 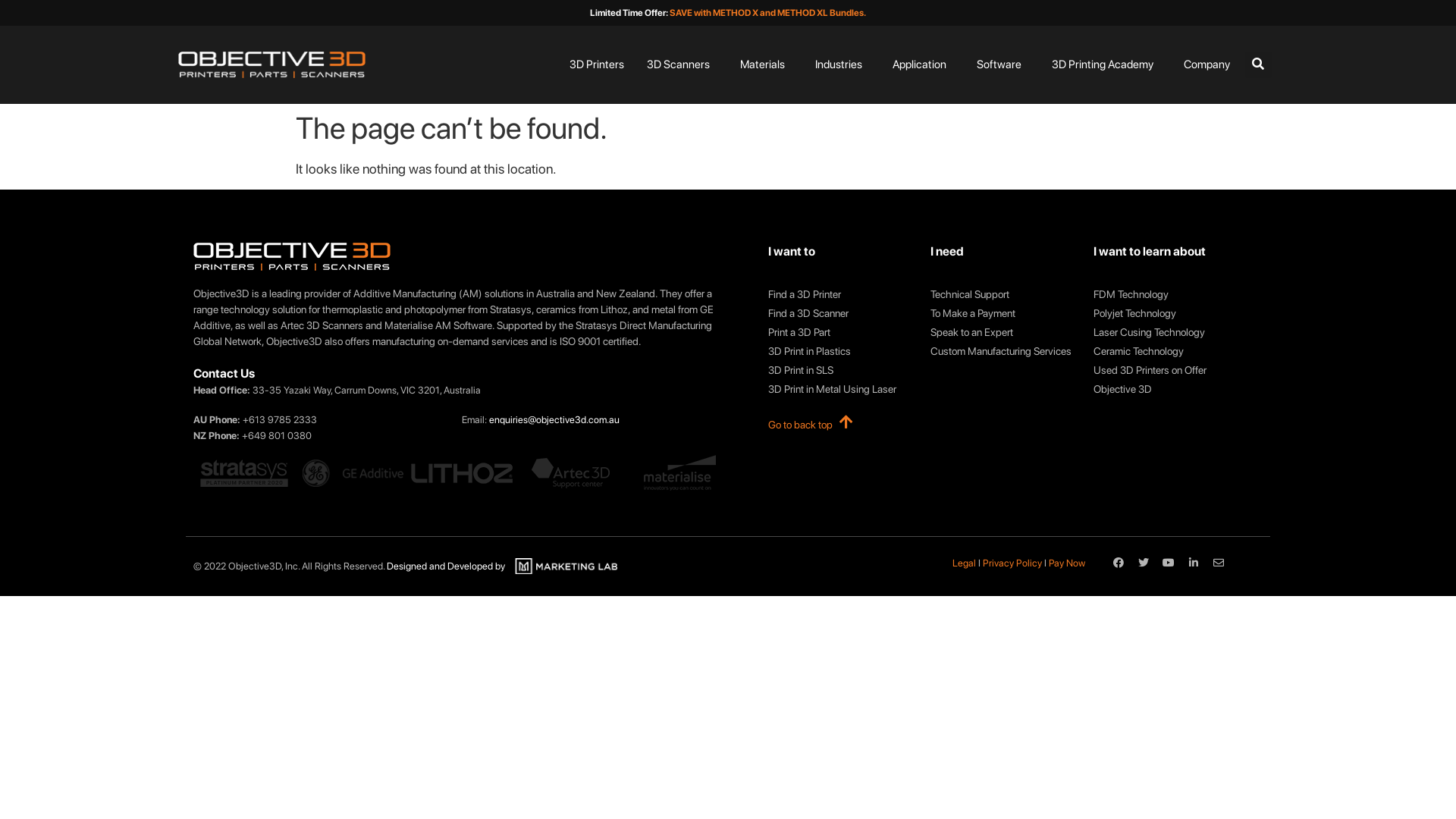 I want to click on 'Industries', so click(x=836, y=64).